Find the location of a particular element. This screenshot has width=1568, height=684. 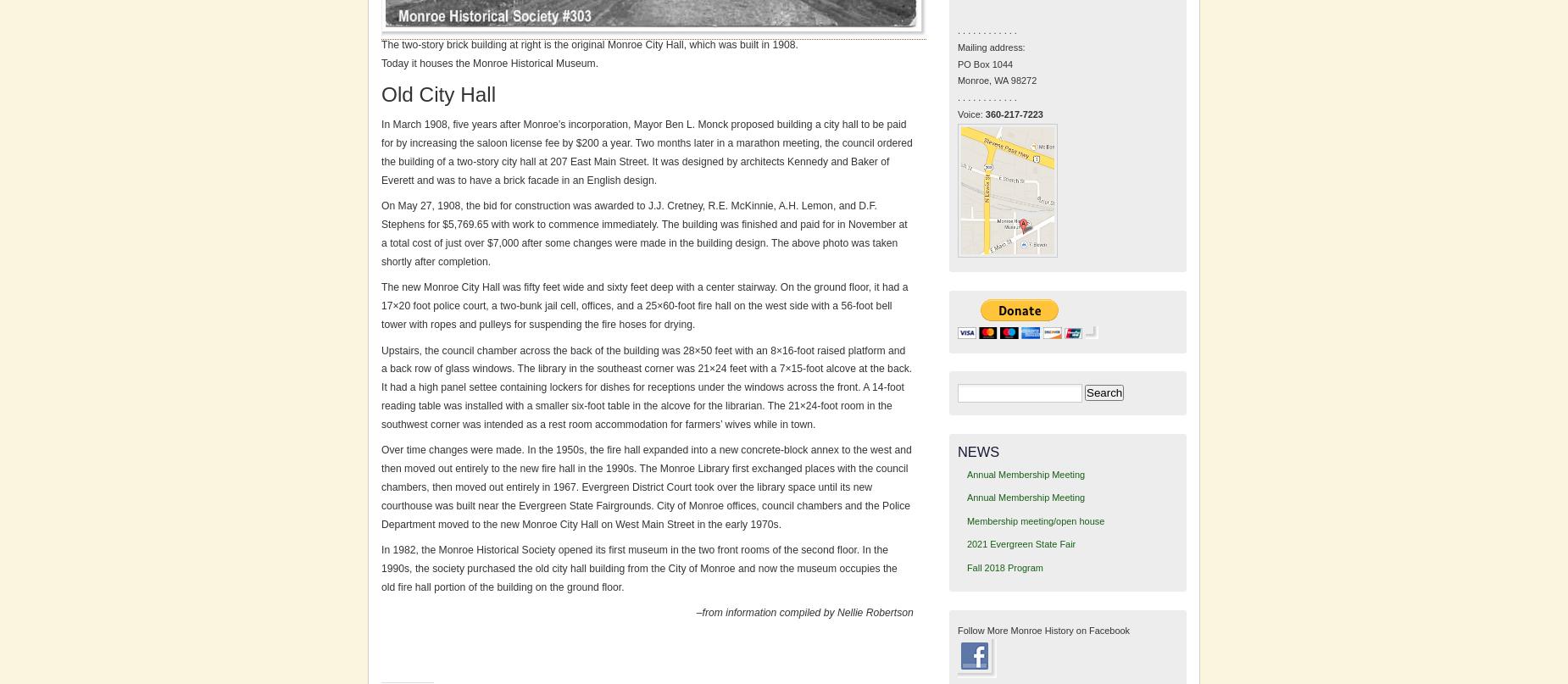

'On May 27, 1908, the bid for construction was awarded to J.J. Cretney, R.E. McKinnie, A.H. Lemon, and D.F. Stephens for $5,769.65 with work to commence immediately. The building was finished and paid for in November at a total cost of just over $7,000 after some changes were made in the building design. The above photo was taken shortly after completion.' is located at coordinates (643, 232).